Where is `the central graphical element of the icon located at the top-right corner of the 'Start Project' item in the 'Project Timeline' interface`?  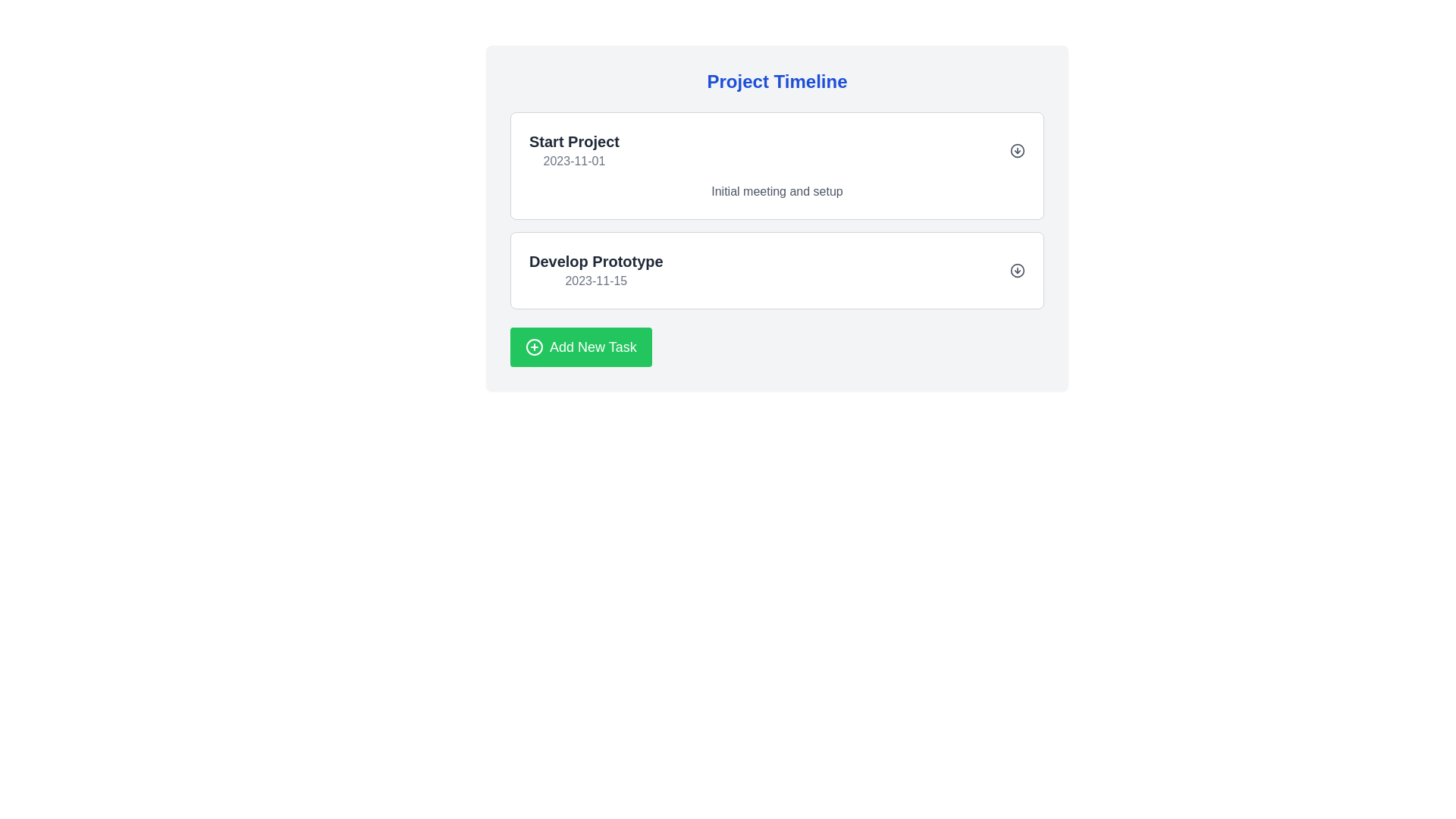 the central graphical element of the icon located at the top-right corner of the 'Start Project' item in the 'Project Timeline' interface is located at coordinates (1018, 151).